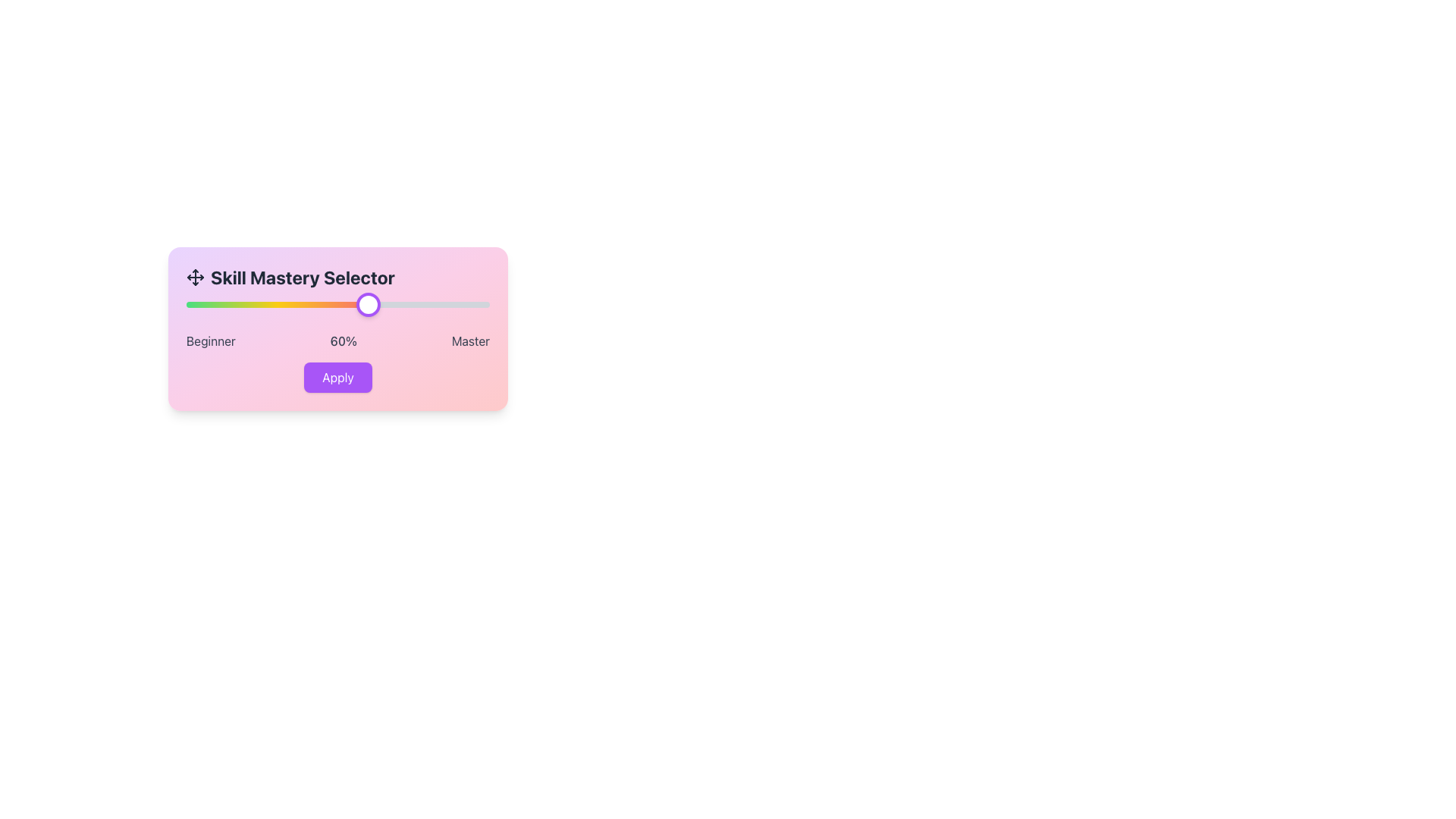 The width and height of the screenshot is (1456, 819). Describe the element at coordinates (337, 376) in the screenshot. I see `the button at the center of the 'Skill Mastery Selector' card to apply the selected skill mastery level` at that location.